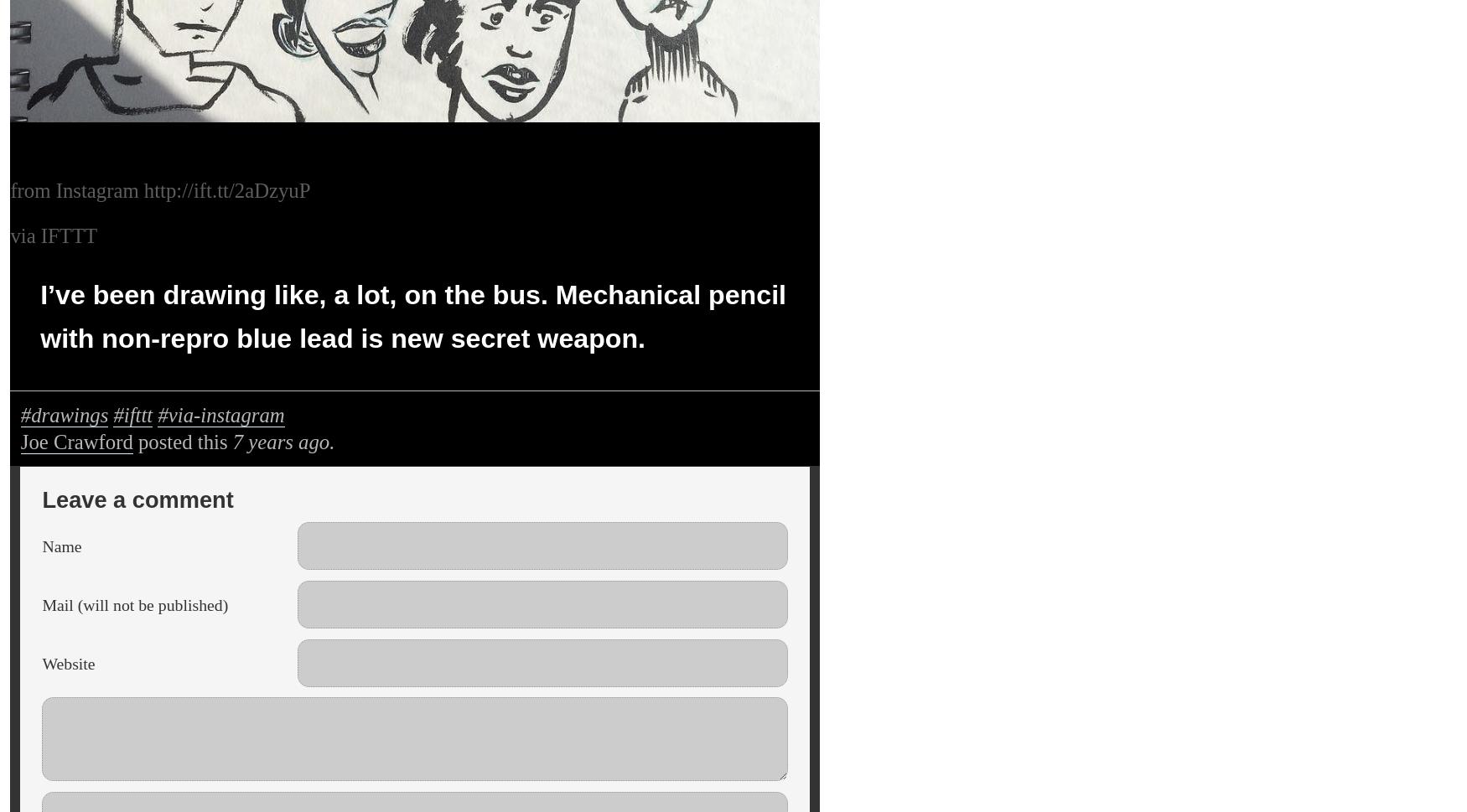  I want to click on 'from Instagram', so click(76, 189).